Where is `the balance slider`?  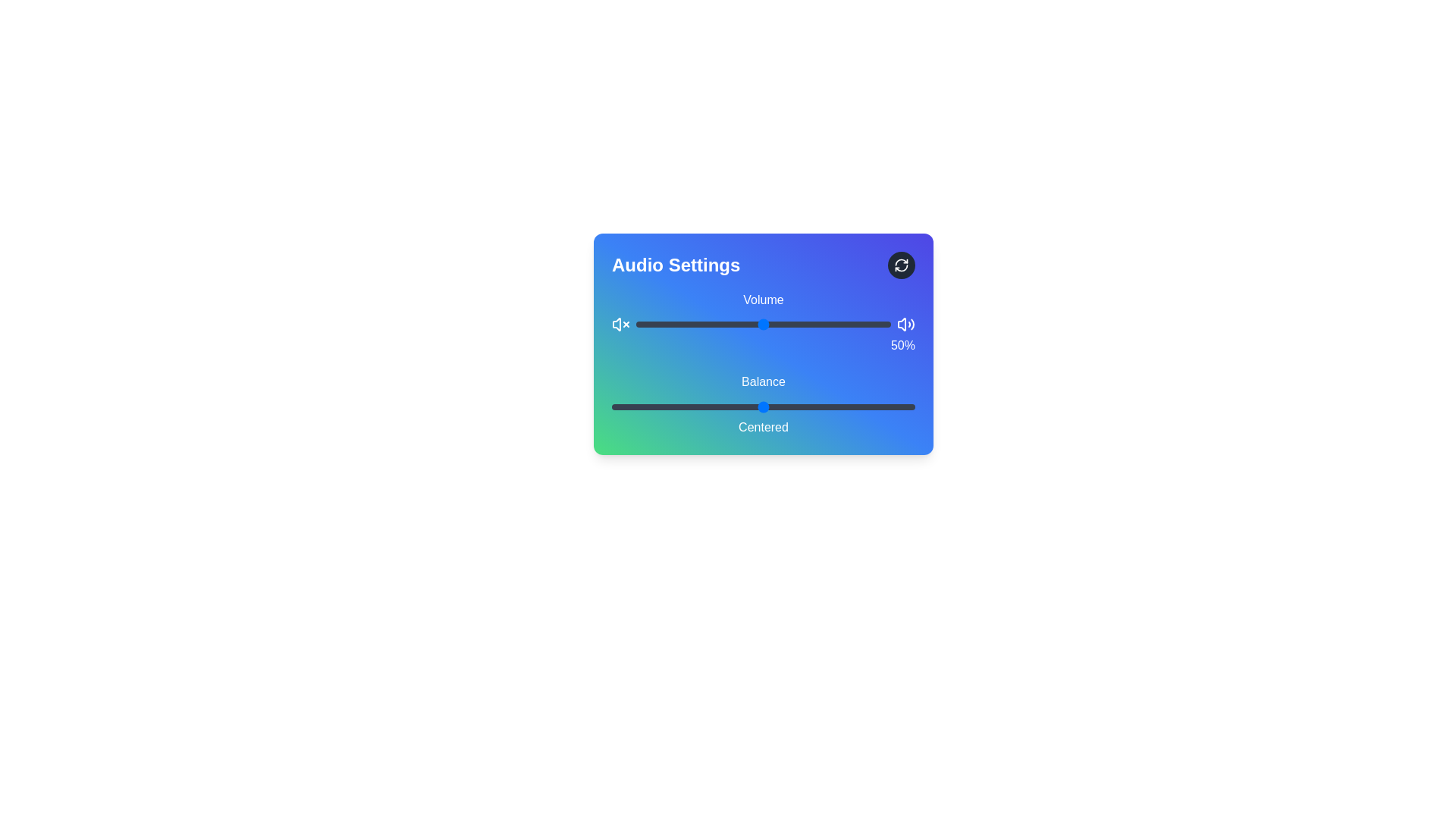
the balance slider is located at coordinates (636, 406).